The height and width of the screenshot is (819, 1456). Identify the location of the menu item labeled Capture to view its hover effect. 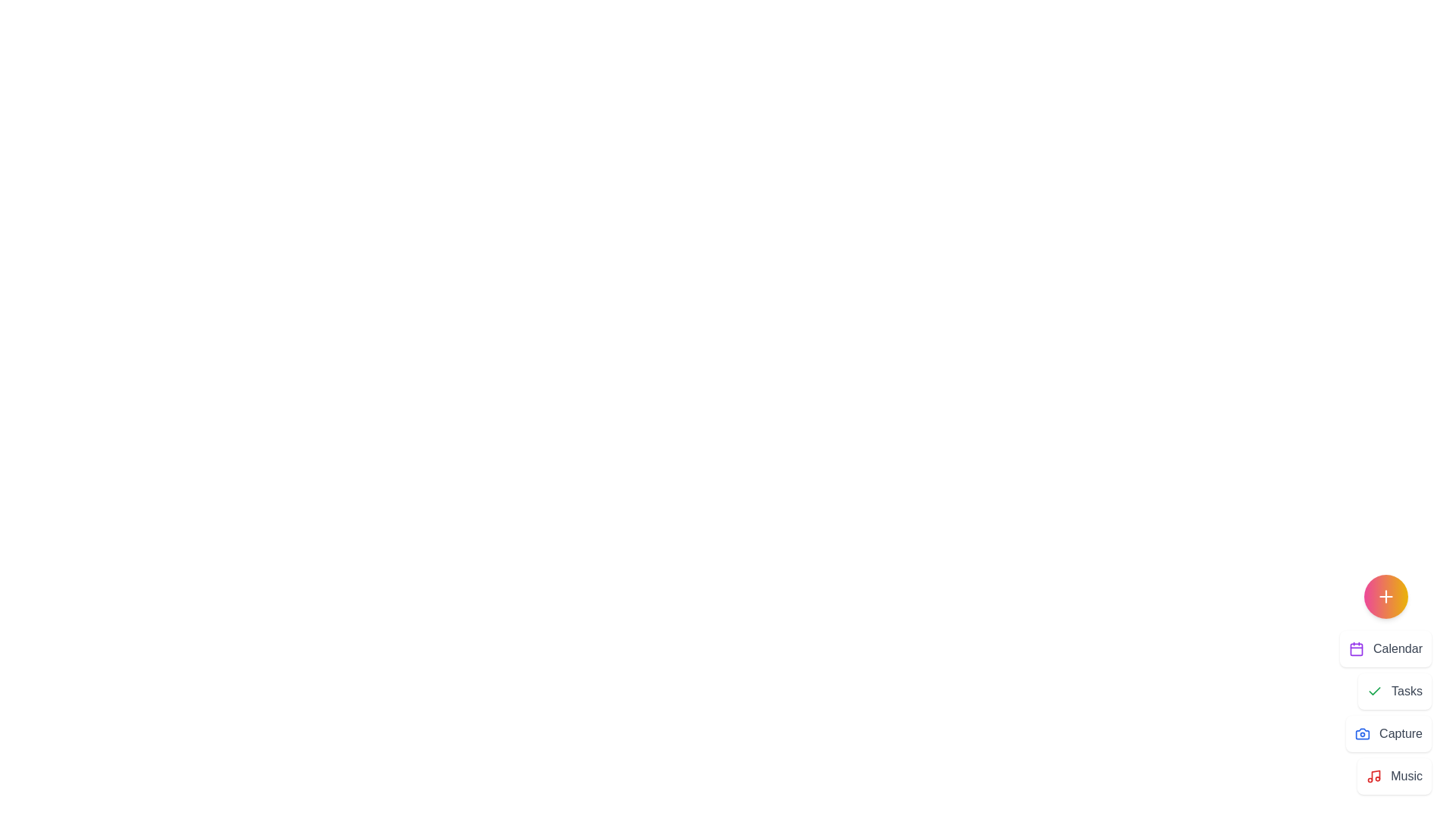
(1389, 733).